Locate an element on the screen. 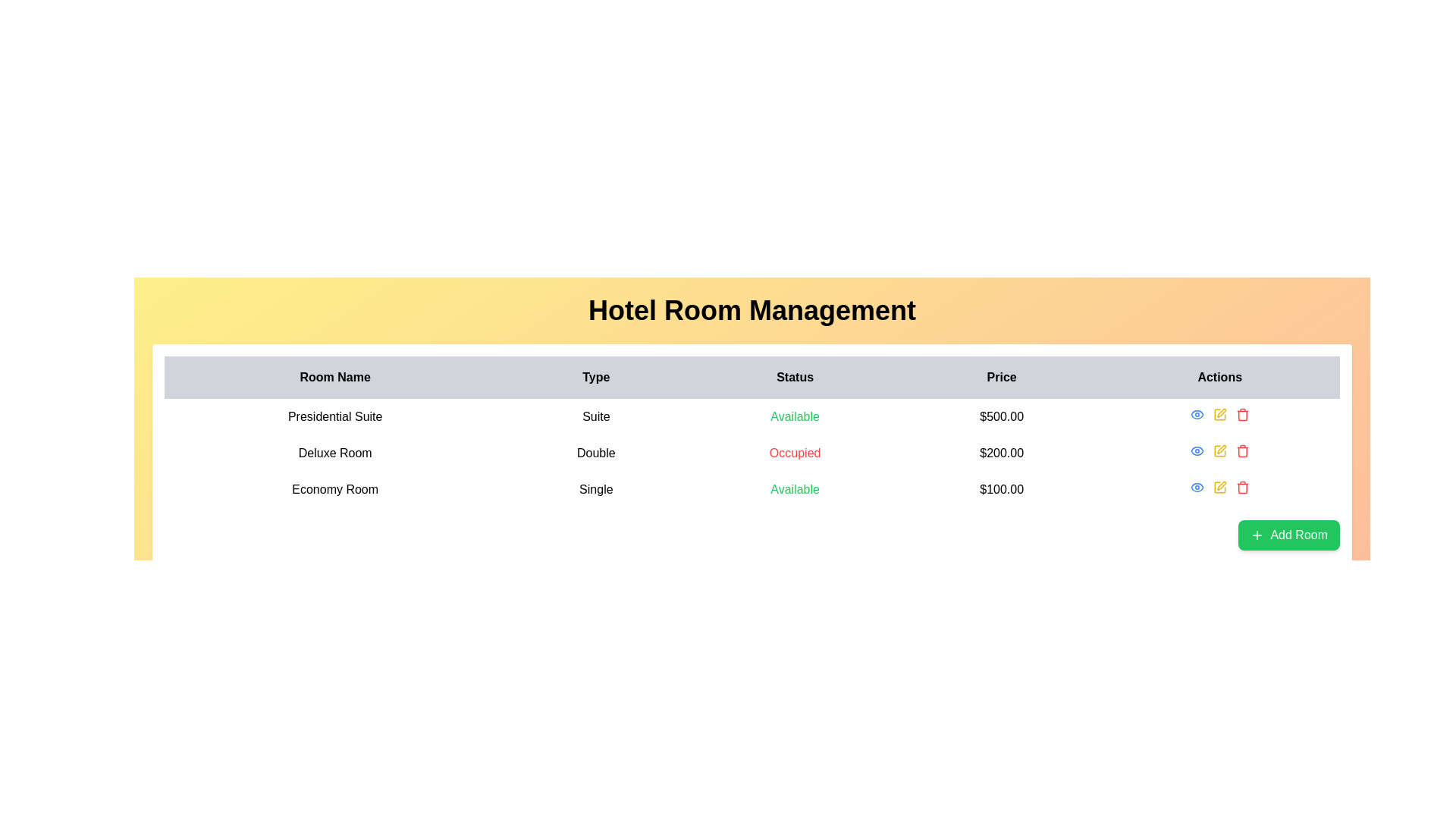 The width and height of the screenshot is (1456, 819). the 'Price' column header in the table, which is the fourth header positioned between 'Status' and 'Actions' is located at coordinates (1001, 376).